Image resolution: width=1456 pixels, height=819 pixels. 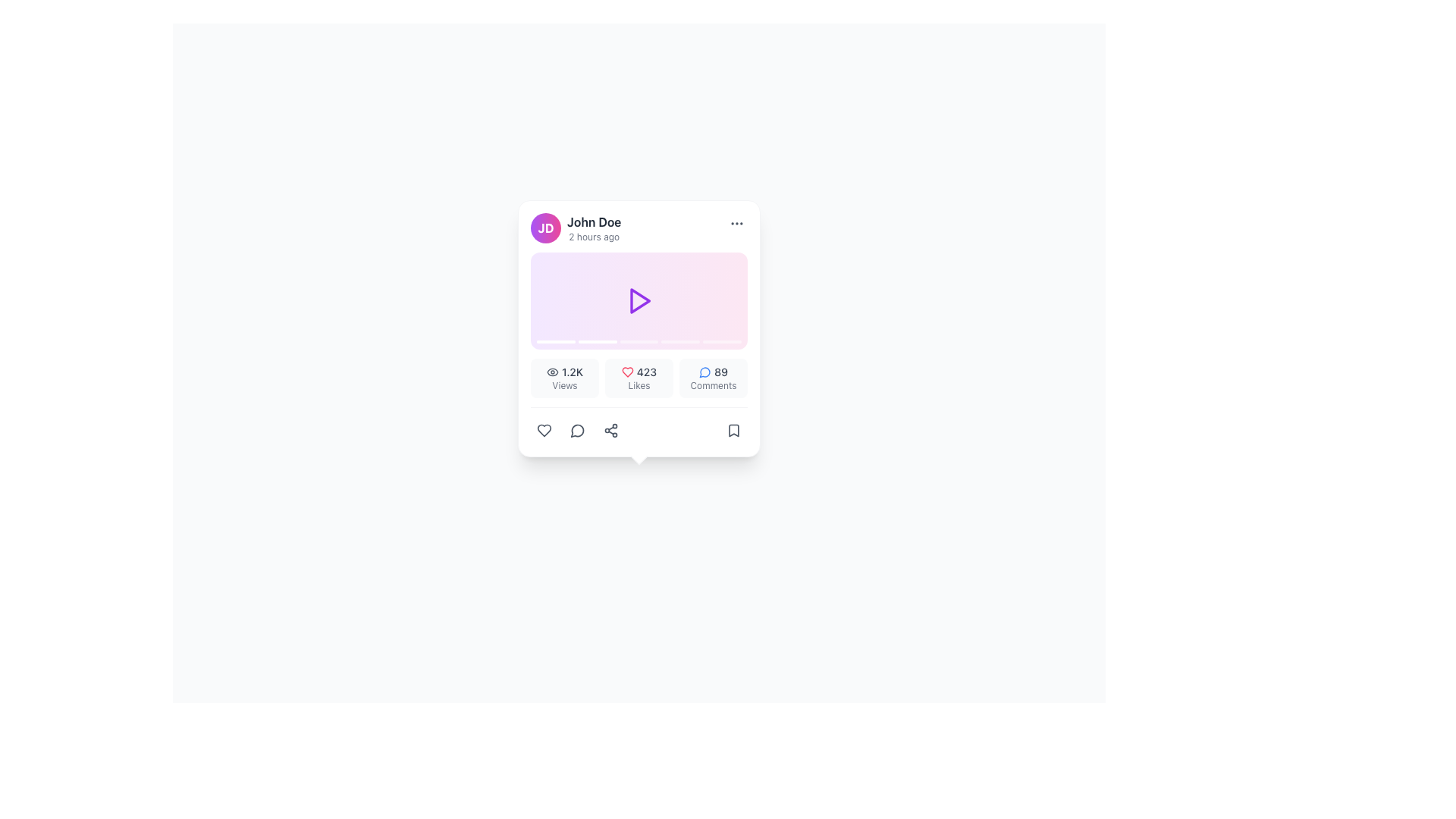 I want to click on the play button icon located in the center of the gradient-colored displayed area to potentially reveal a tooltip, so click(x=640, y=301).